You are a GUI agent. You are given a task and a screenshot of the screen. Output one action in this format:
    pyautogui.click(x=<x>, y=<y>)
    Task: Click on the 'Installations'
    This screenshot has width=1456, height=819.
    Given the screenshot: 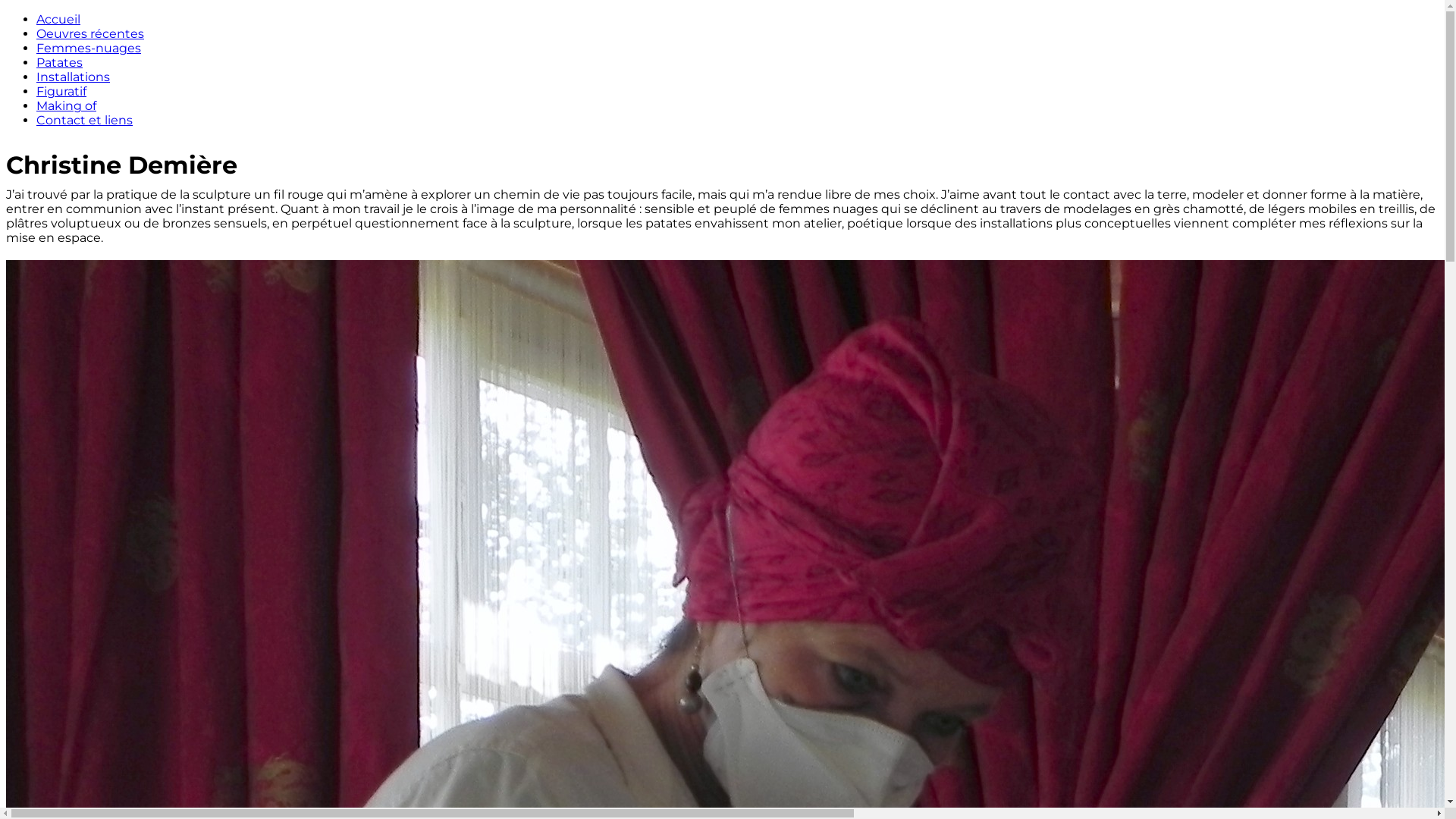 What is the action you would take?
    pyautogui.click(x=72, y=77)
    